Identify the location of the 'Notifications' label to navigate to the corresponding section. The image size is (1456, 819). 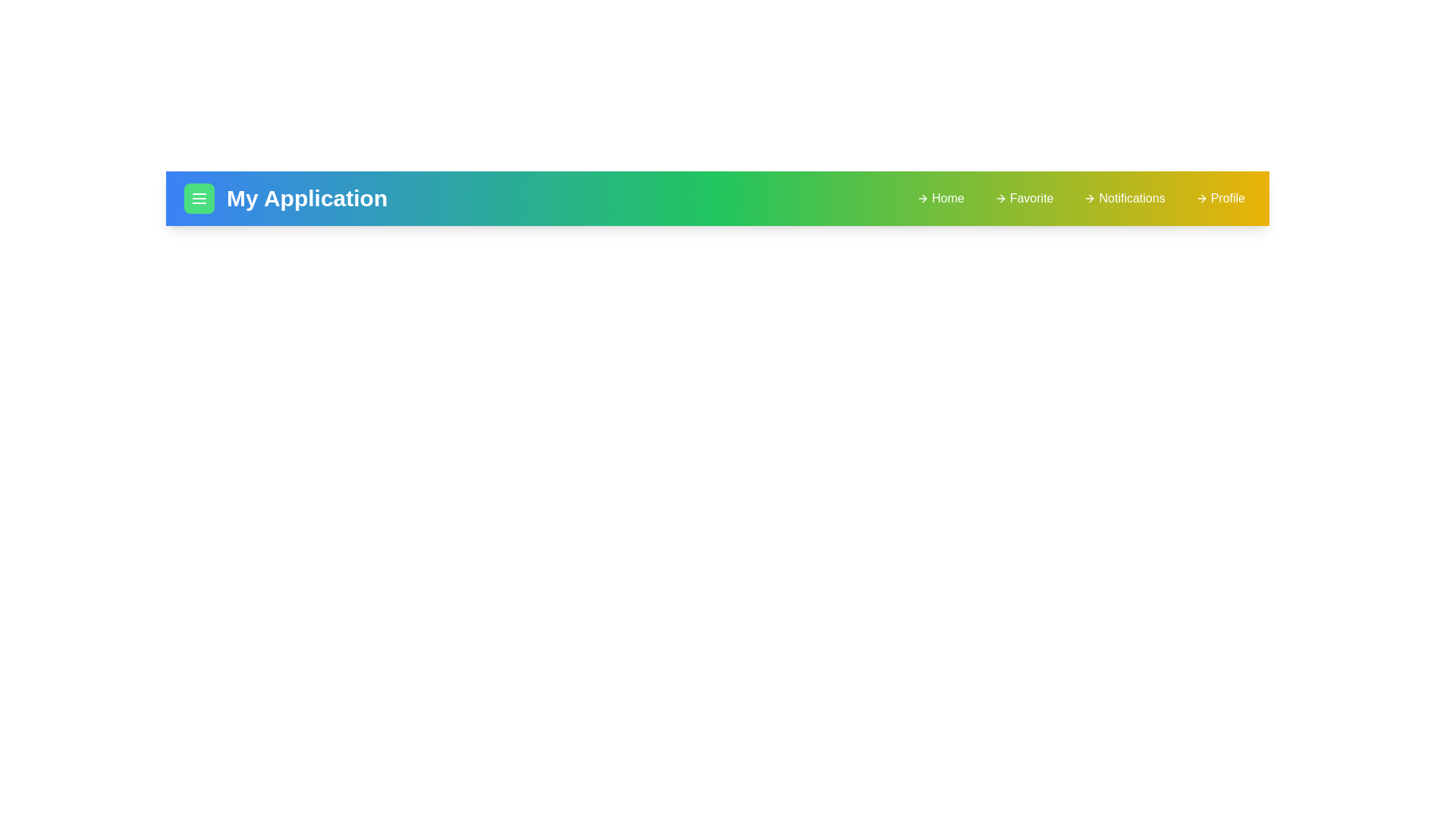
(1125, 198).